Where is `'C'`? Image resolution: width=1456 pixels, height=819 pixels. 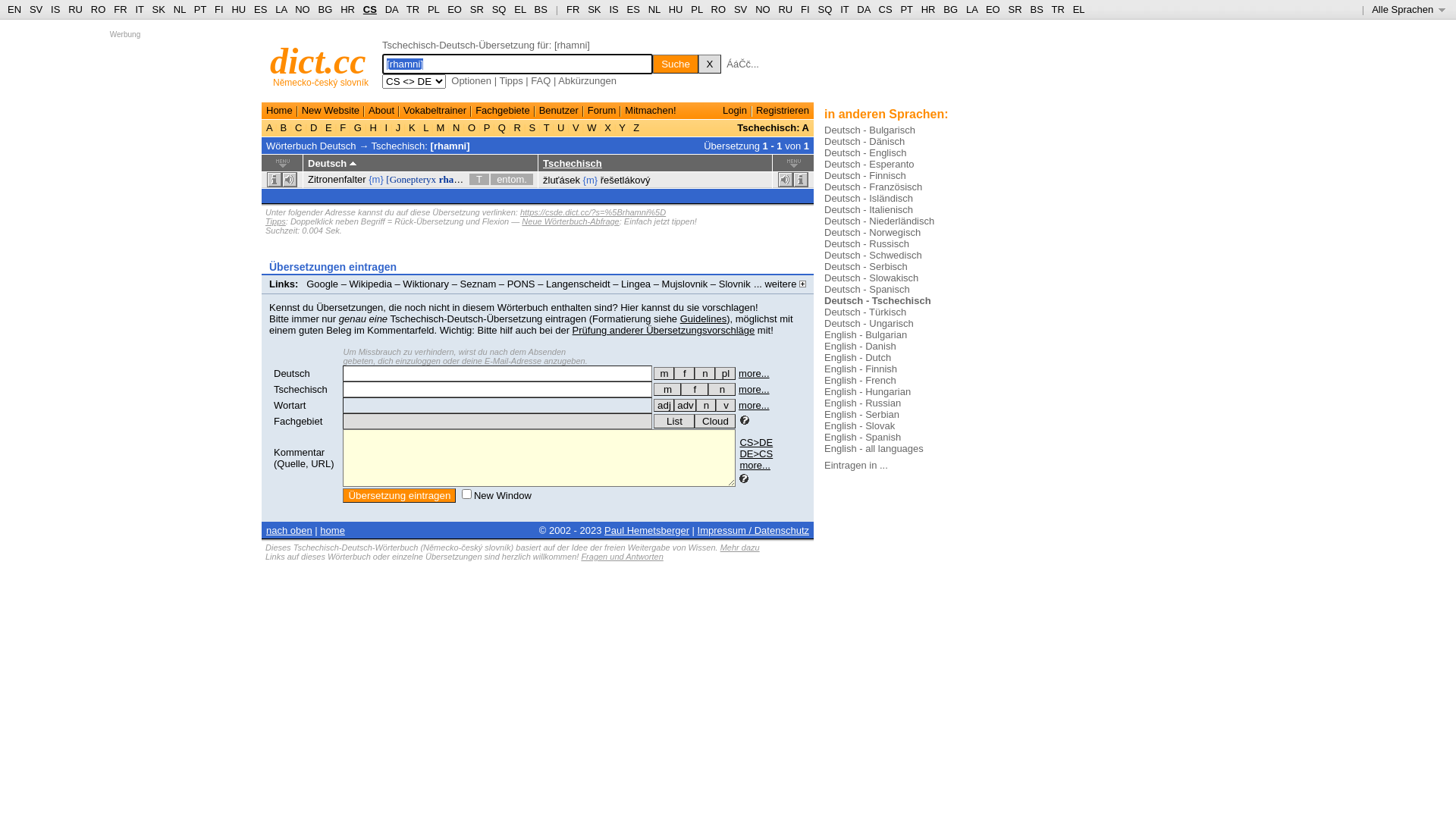 'C' is located at coordinates (298, 127).